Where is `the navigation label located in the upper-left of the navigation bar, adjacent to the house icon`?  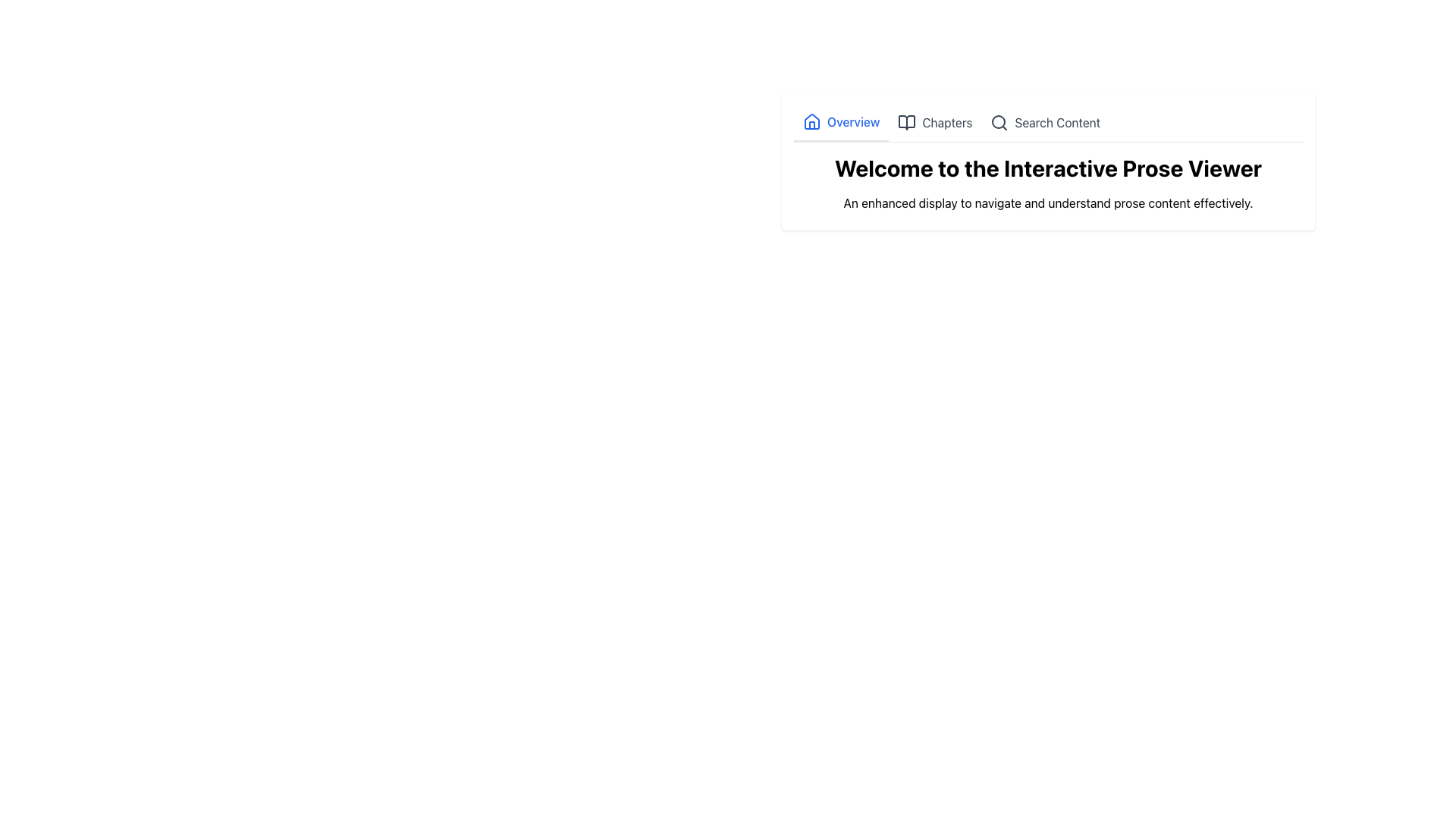 the navigation label located in the upper-left of the navigation bar, adjacent to the house icon is located at coordinates (853, 121).